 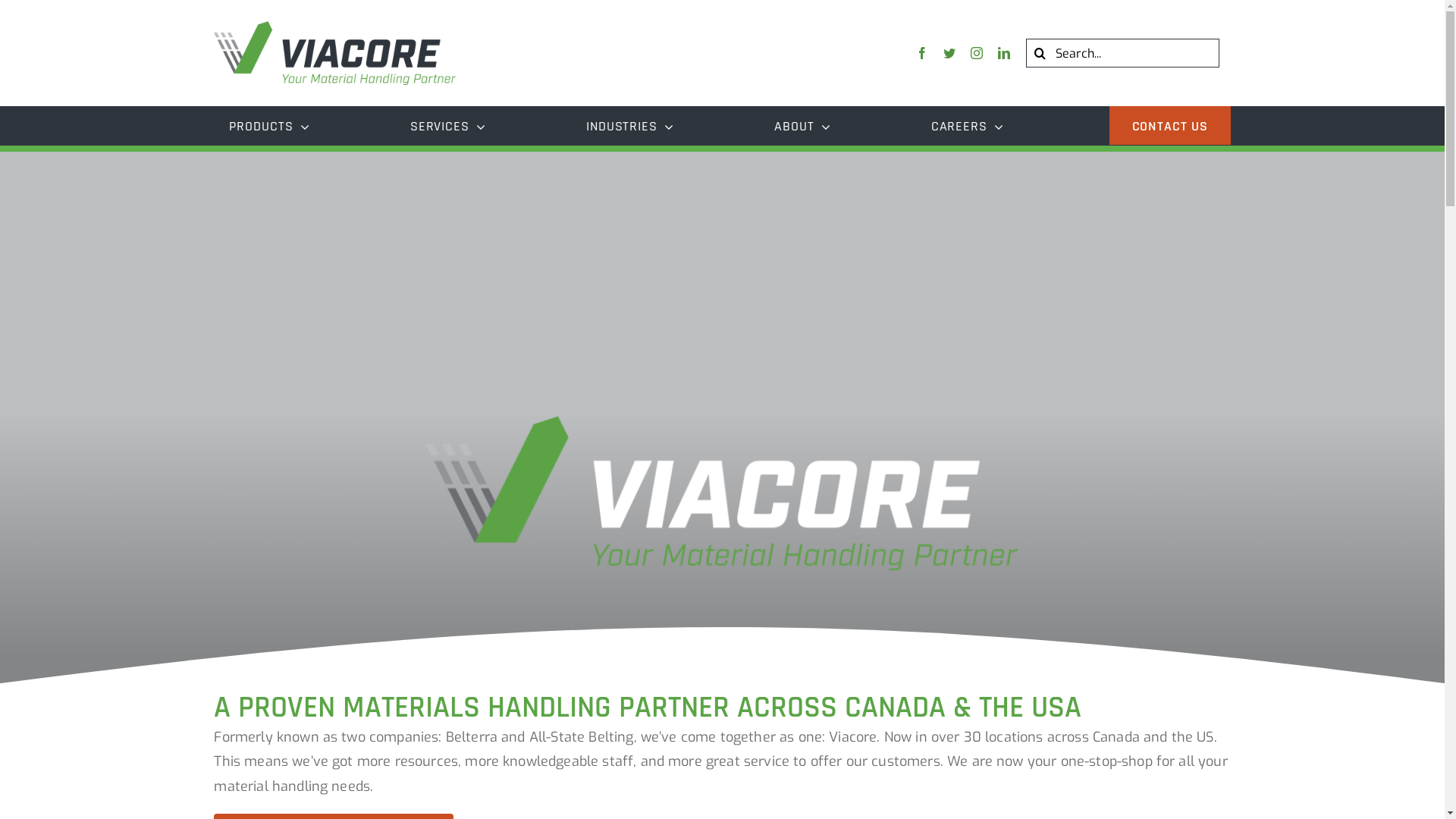 I want to click on 'ABOUT', so click(x=801, y=124).